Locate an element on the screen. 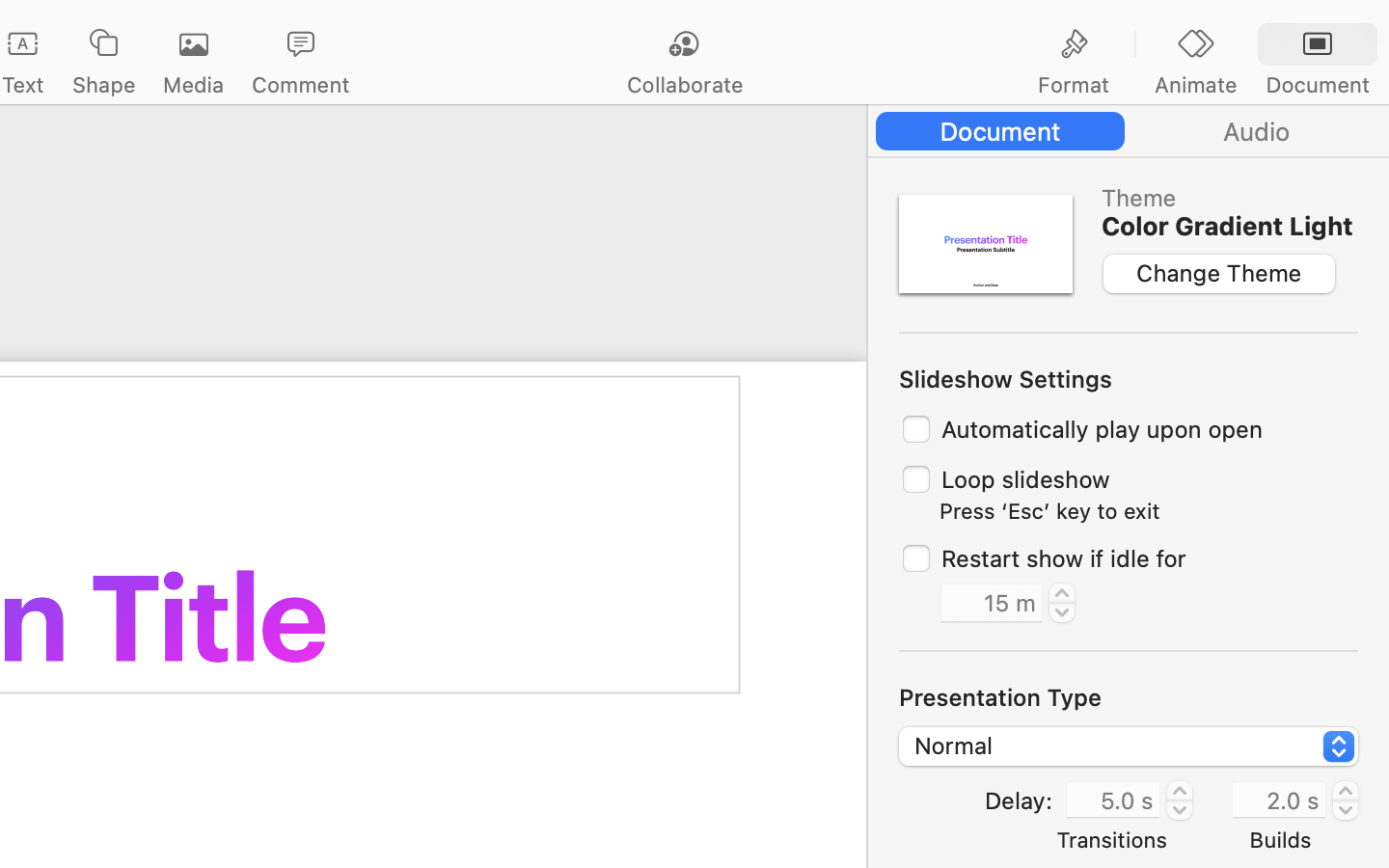 This screenshot has width=1389, height=868. 'Format' is located at coordinates (1072, 84).